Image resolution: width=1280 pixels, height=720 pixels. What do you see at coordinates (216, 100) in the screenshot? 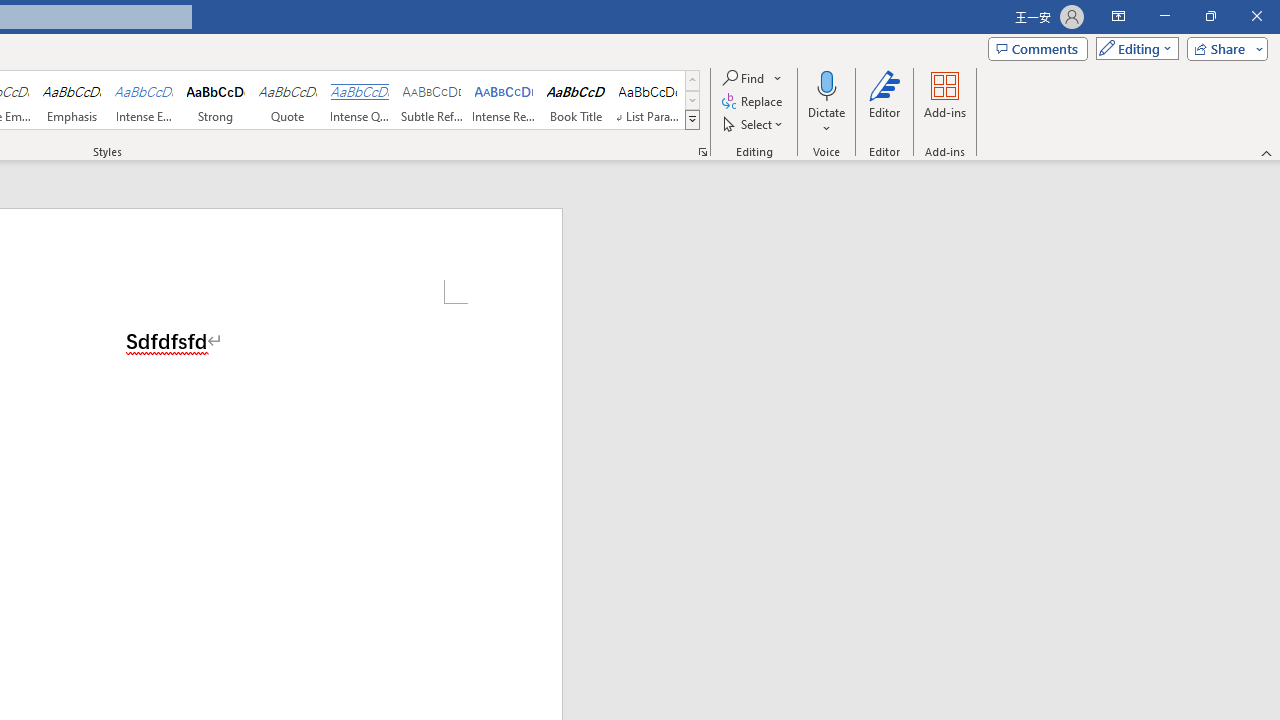
I see `'Strong'` at bounding box center [216, 100].